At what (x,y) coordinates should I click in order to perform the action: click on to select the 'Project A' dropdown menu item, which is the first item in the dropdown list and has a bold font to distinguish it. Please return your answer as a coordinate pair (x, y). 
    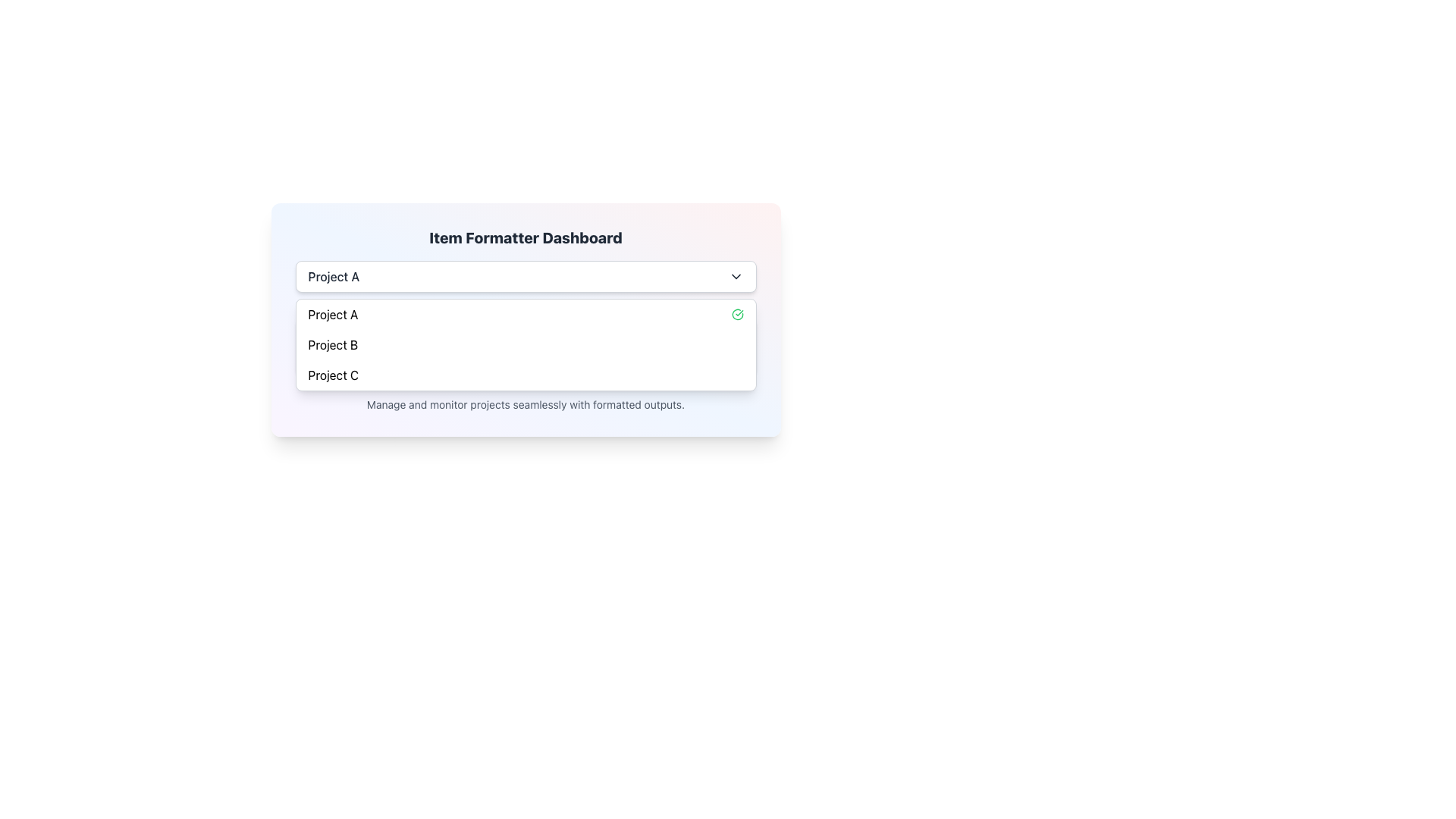
    Looking at the image, I should click on (332, 314).